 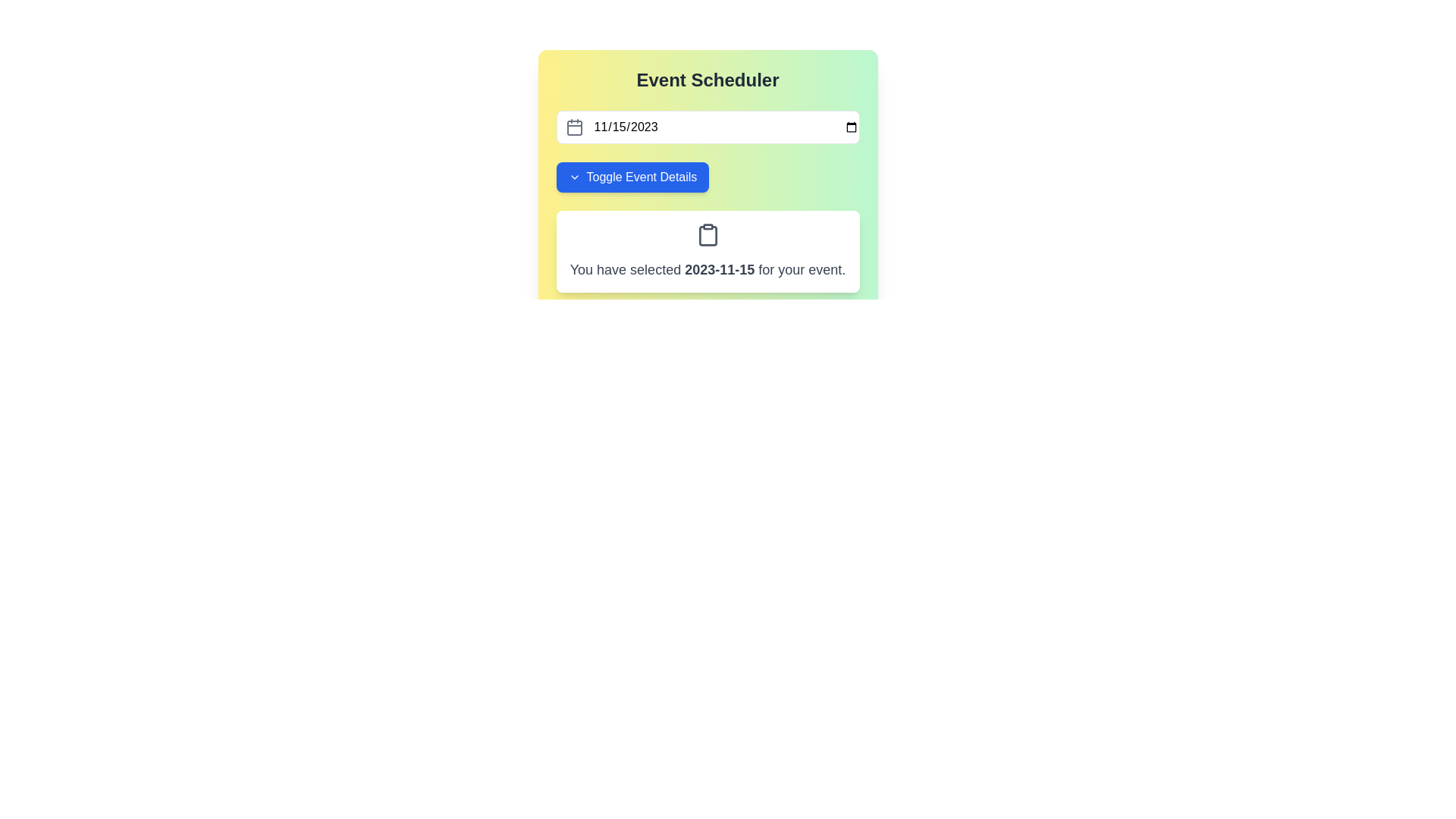 I want to click on the date picker icon, so click(x=573, y=127).